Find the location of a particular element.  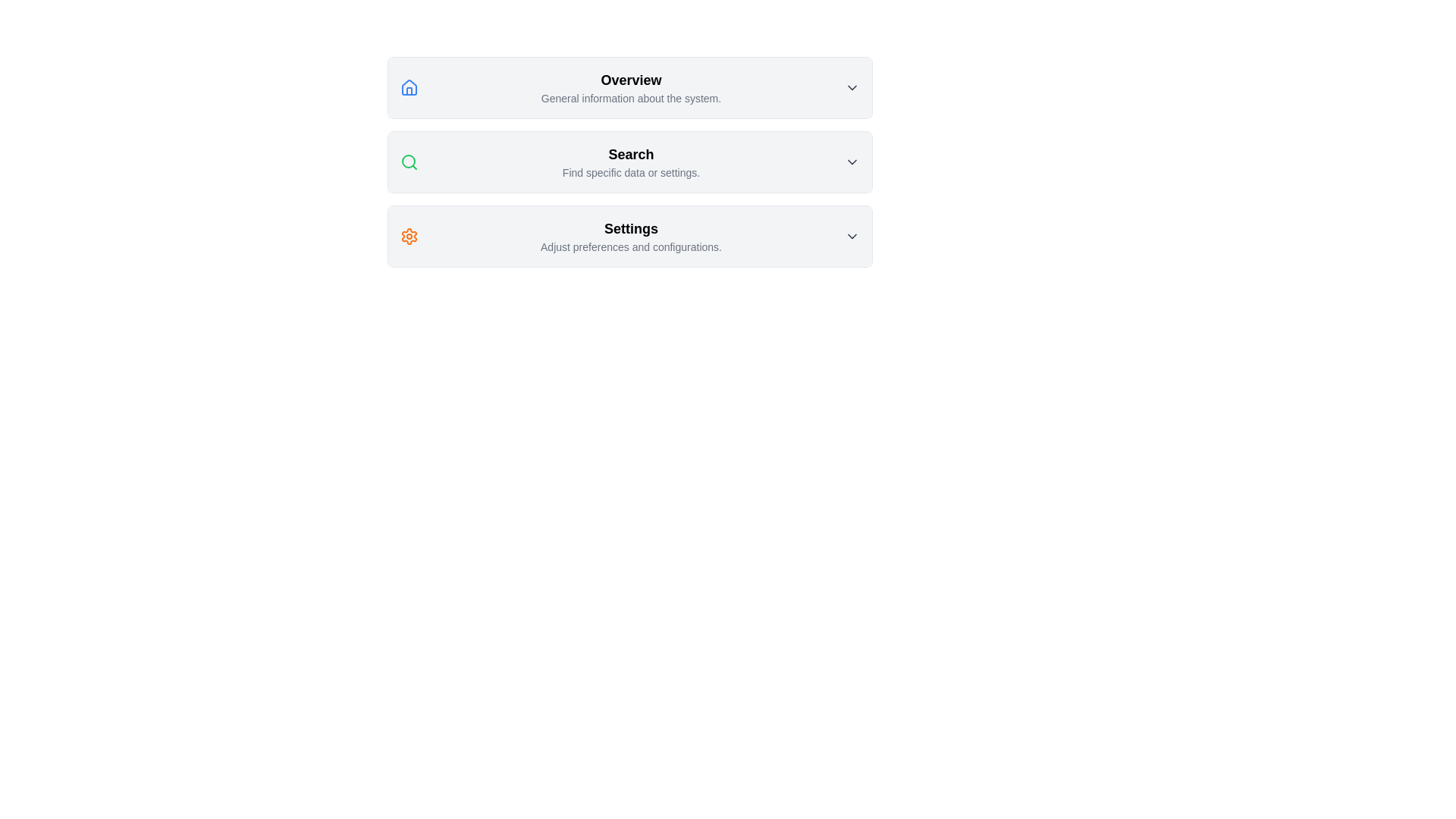

the icon representing the 'Overview' section located at the top-left corner of the interface is located at coordinates (409, 87).